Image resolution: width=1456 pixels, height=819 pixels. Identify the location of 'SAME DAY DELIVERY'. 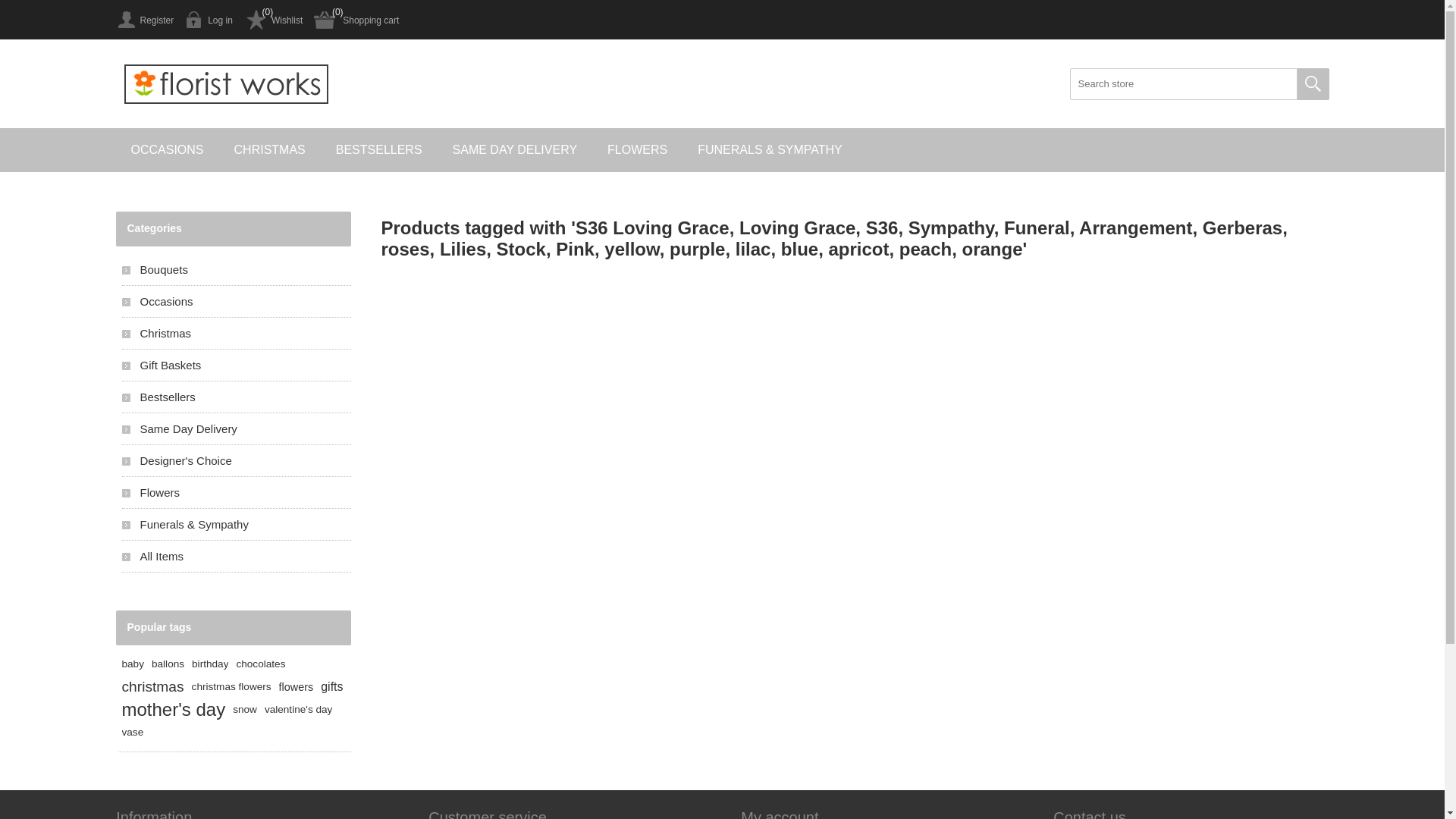
(515, 149).